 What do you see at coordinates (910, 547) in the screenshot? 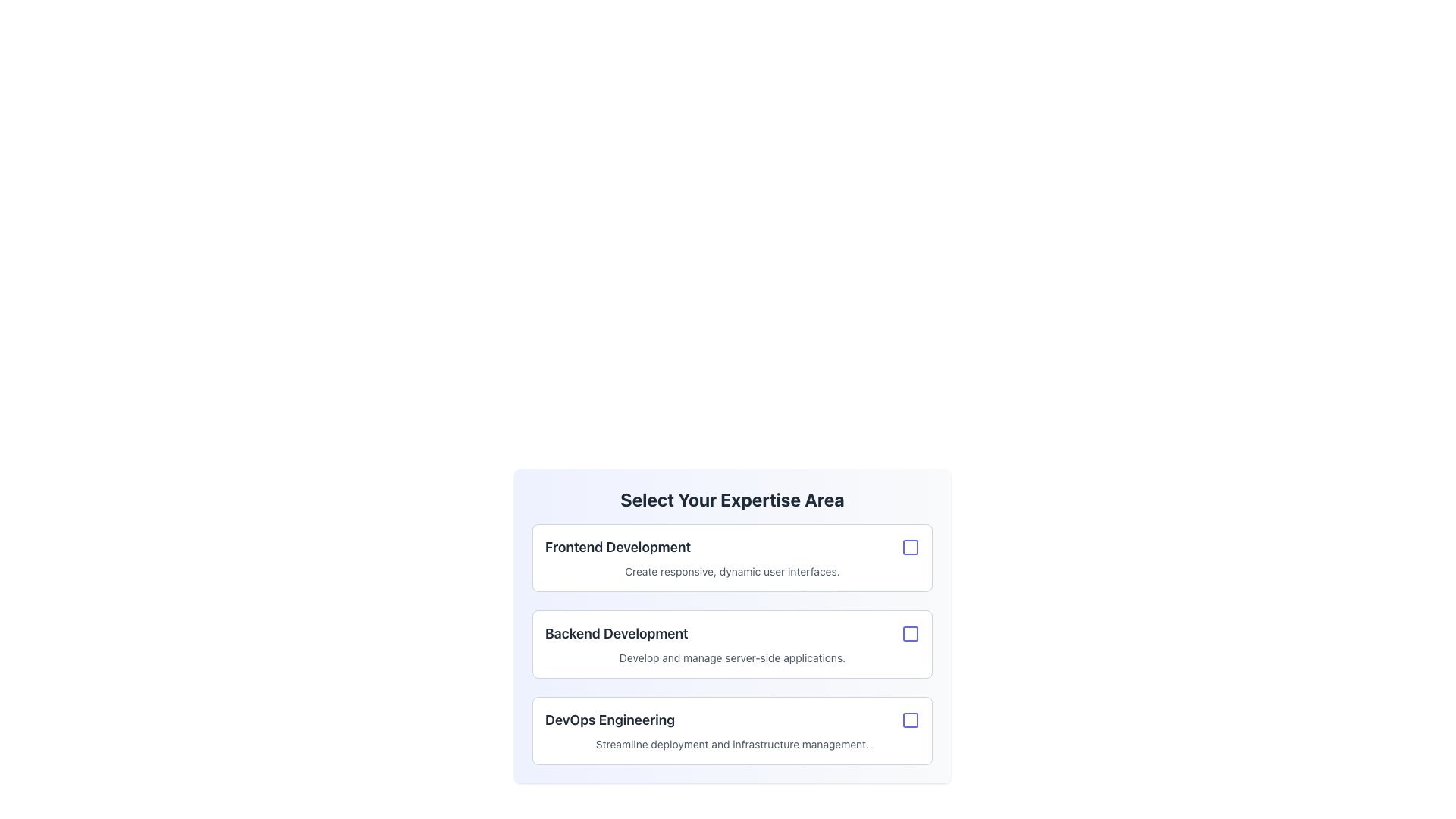
I see `the graphical component indicating selection status within the 'Frontend Development' selection box in the 'Select Your Expertise Area' UI segment` at bounding box center [910, 547].